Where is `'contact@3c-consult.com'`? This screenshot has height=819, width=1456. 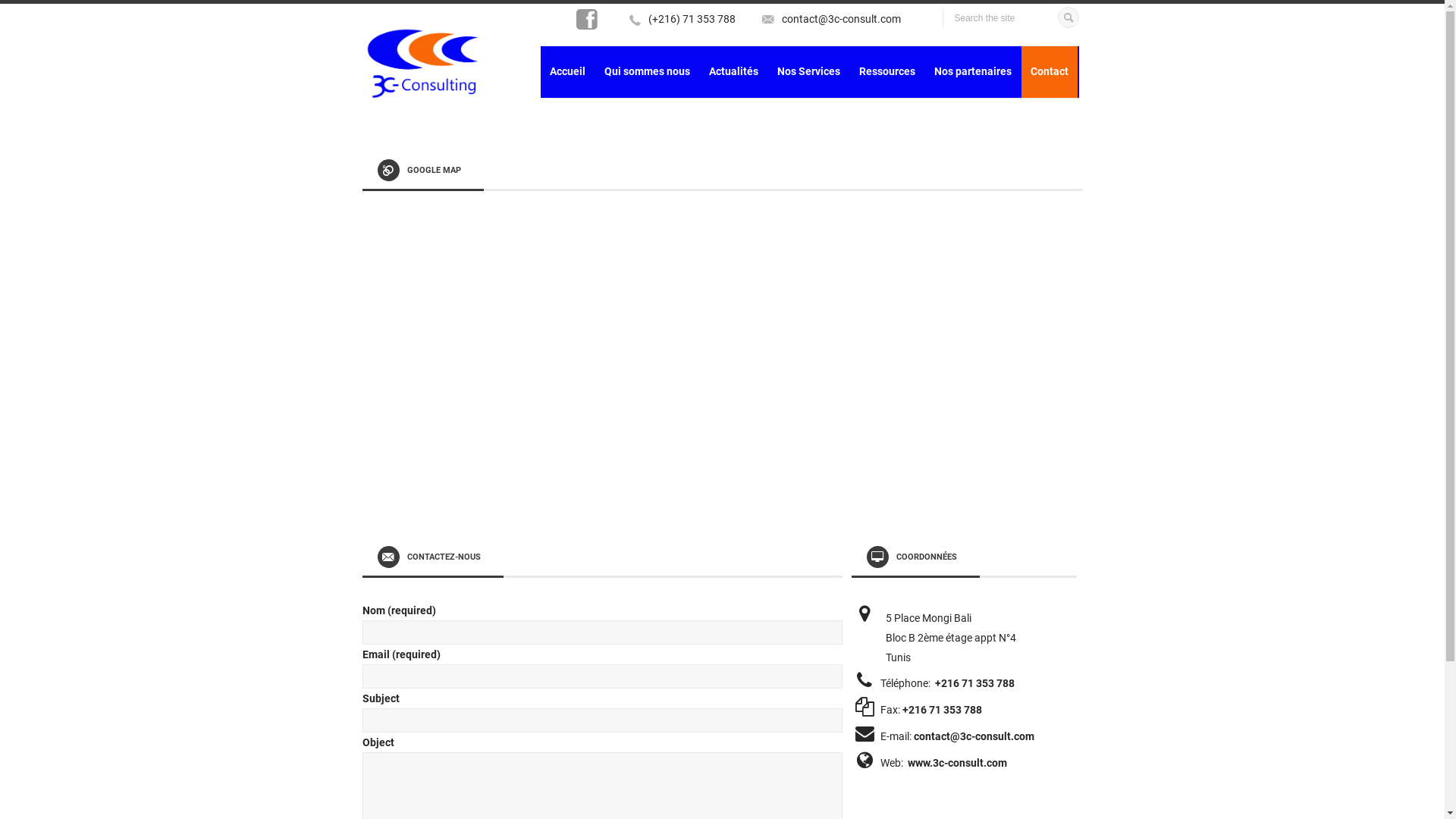 'contact@3c-consult.com' is located at coordinates (839, 18).